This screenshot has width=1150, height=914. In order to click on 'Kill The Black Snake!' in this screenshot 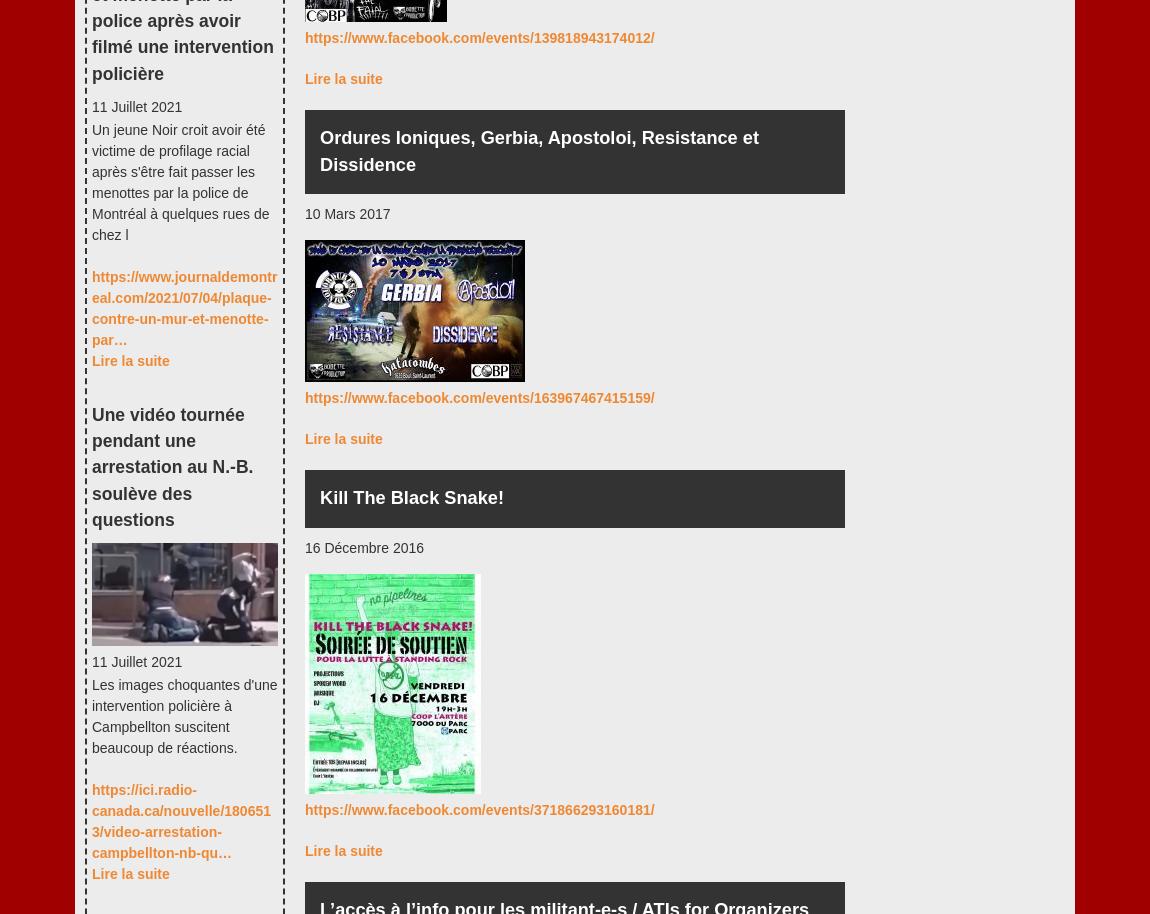, I will do `click(411, 498)`.